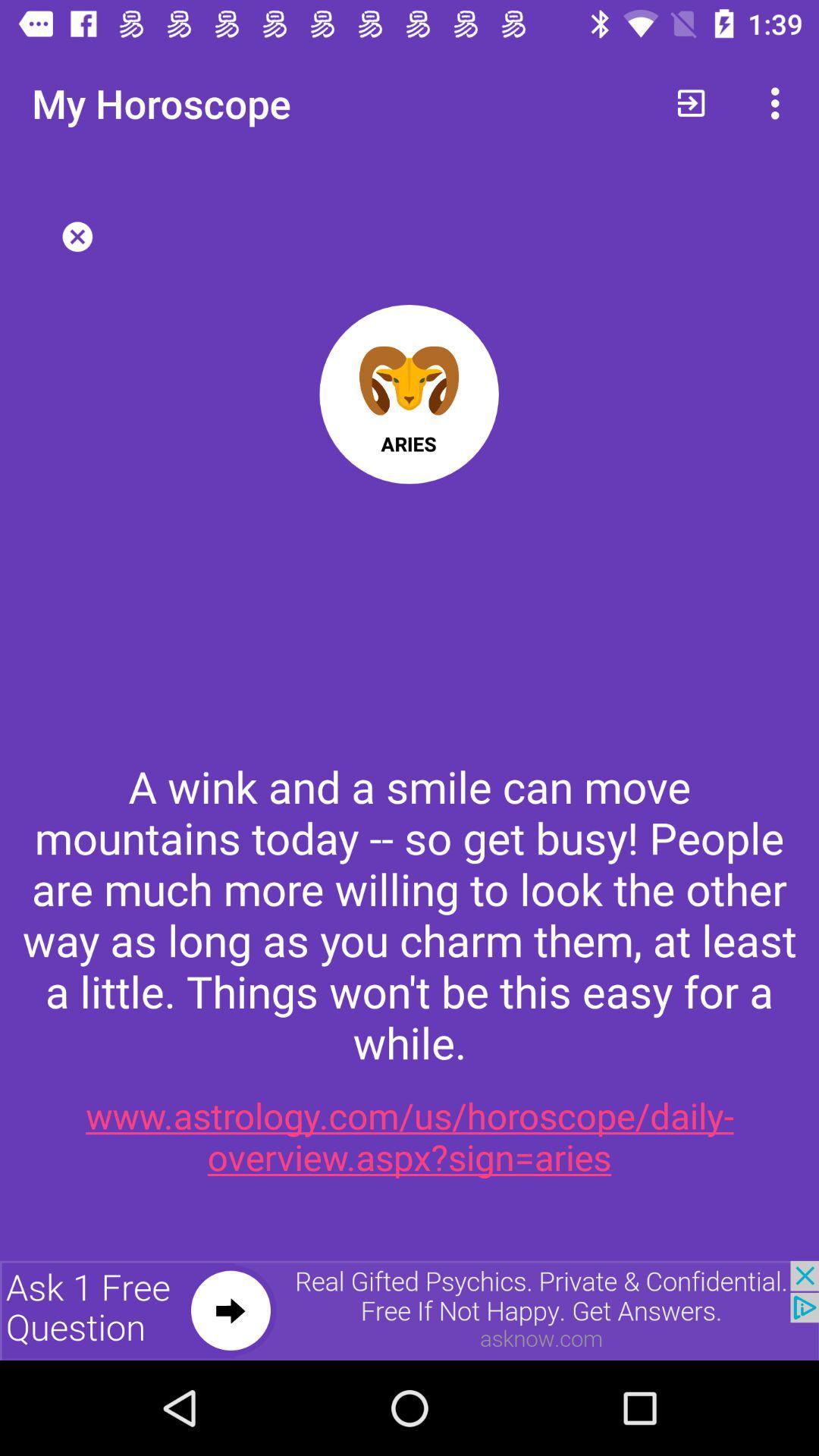  Describe the element at coordinates (409, 1310) in the screenshot. I see `advertisement adding button` at that location.